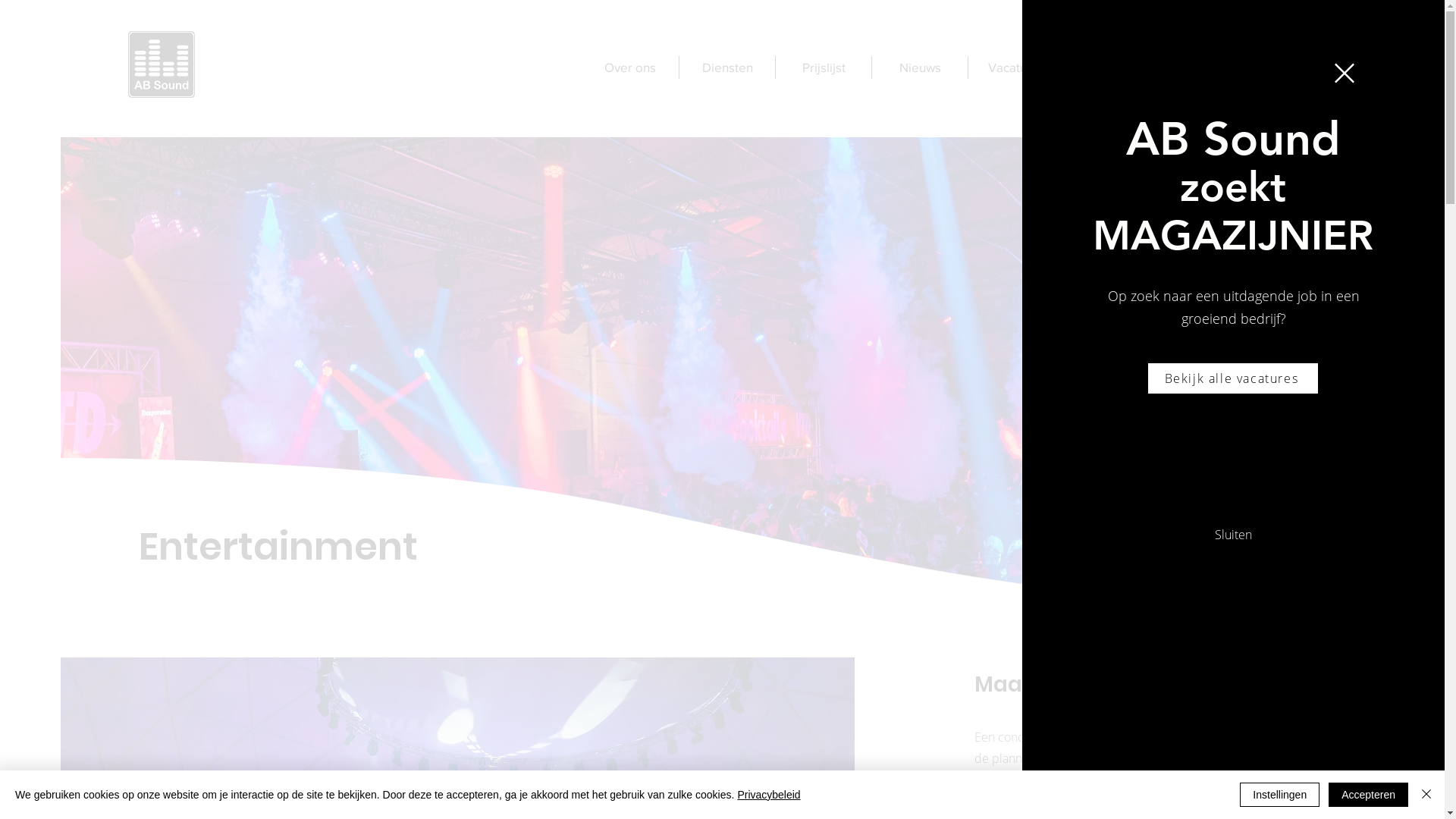  I want to click on 'Over ons', so click(629, 66).